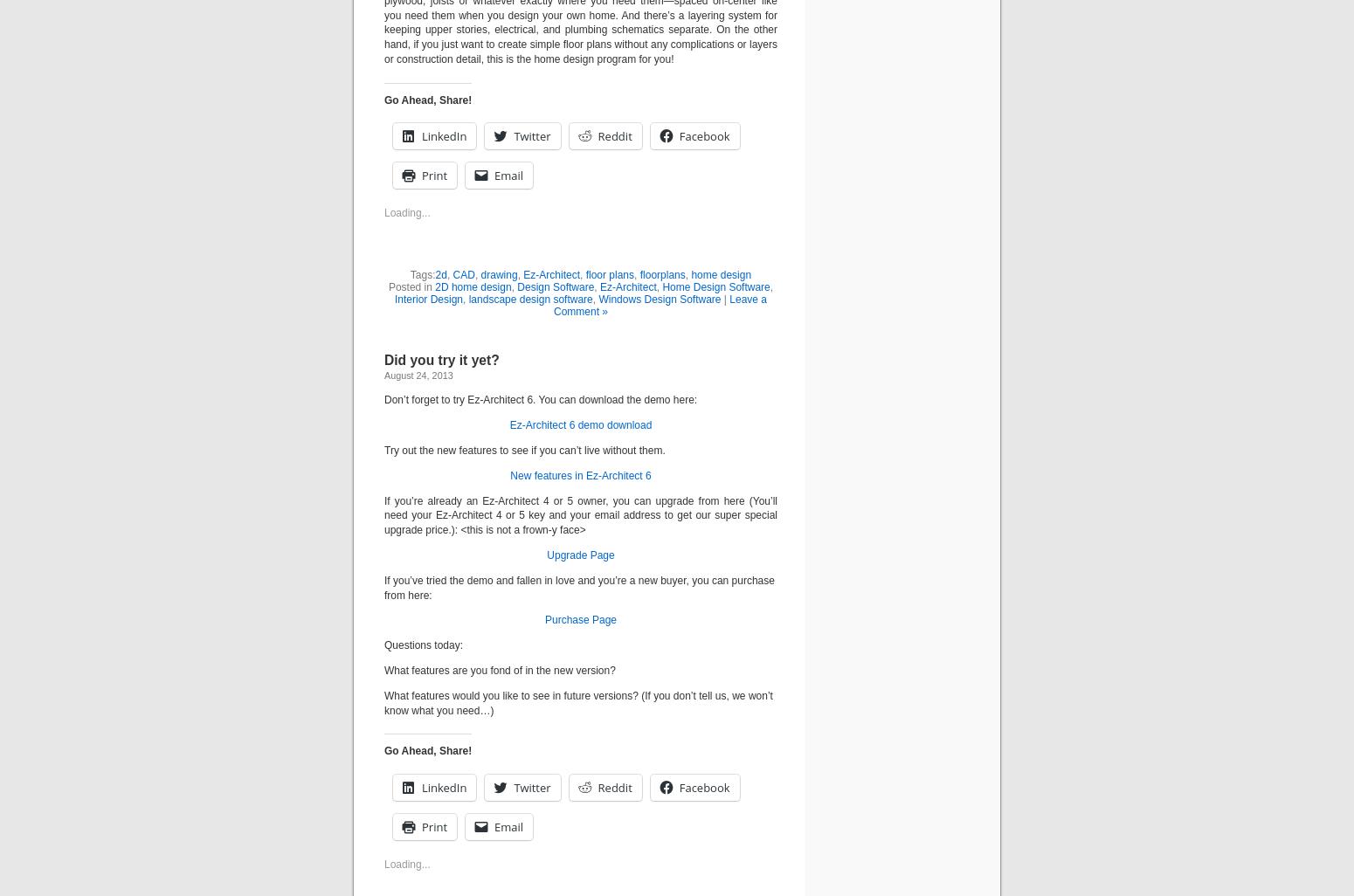 The width and height of the screenshot is (1354, 896). Describe the element at coordinates (440, 360) in the screenshot. I see `'Did you try it yet?'` at that location.